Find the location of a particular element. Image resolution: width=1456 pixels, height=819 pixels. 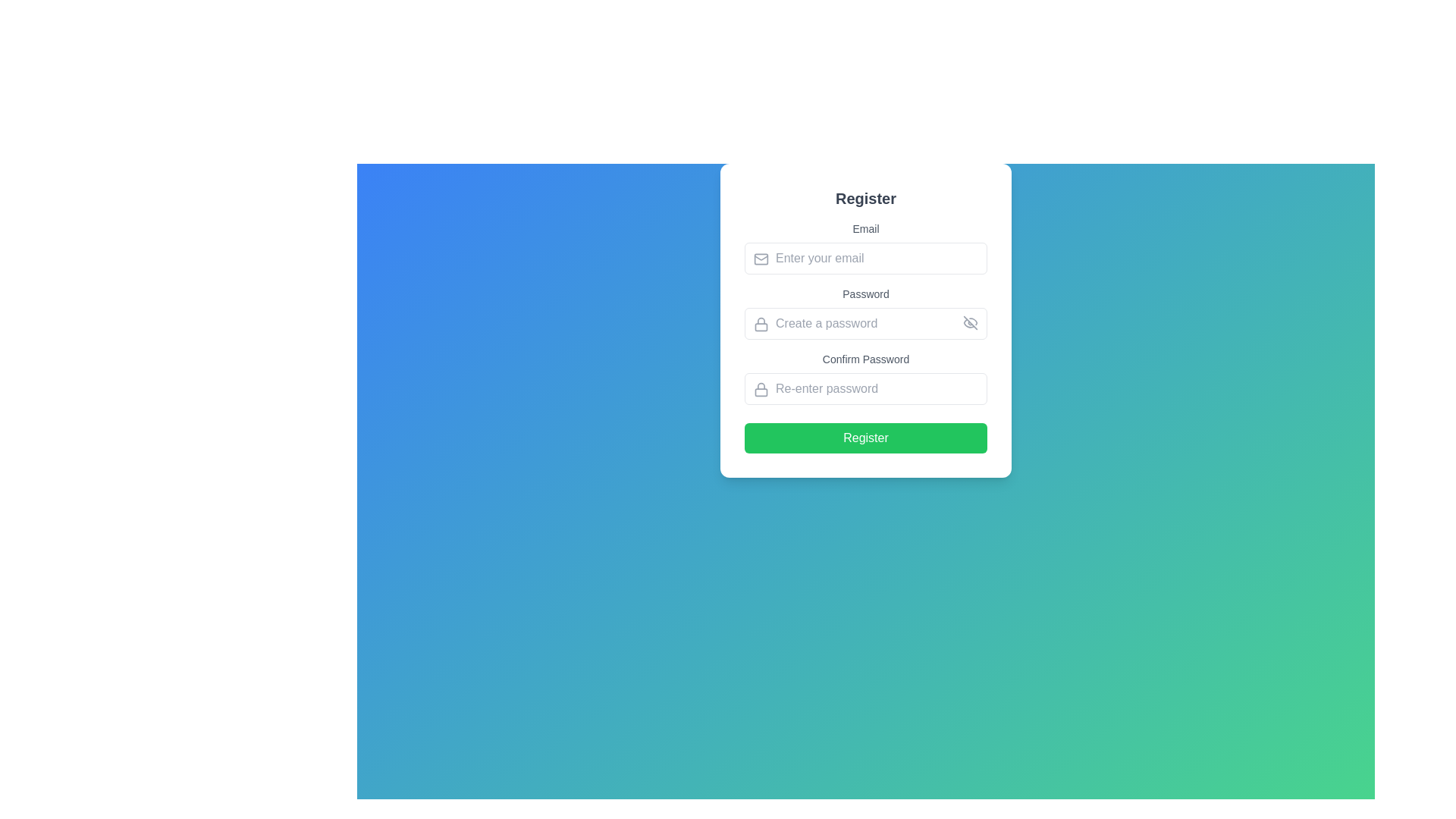

the static text label reading 'Confirm Password', which is styled in a small gray font and positioned above the 'Re-enter password' input field is located at coordinates (866, 359).